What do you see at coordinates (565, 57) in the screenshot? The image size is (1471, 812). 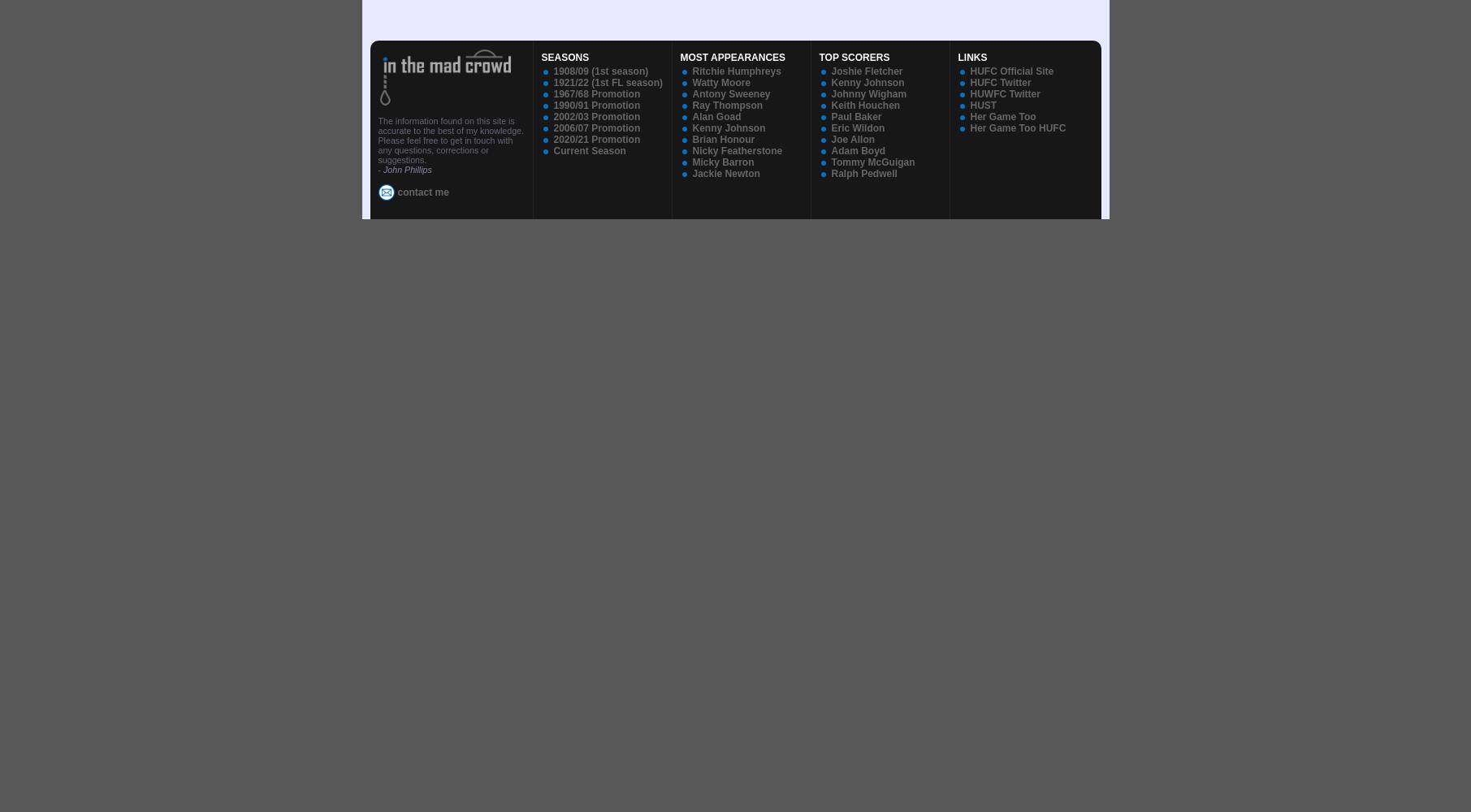 I see `'Seasons'` at bounding box center [565, 57].